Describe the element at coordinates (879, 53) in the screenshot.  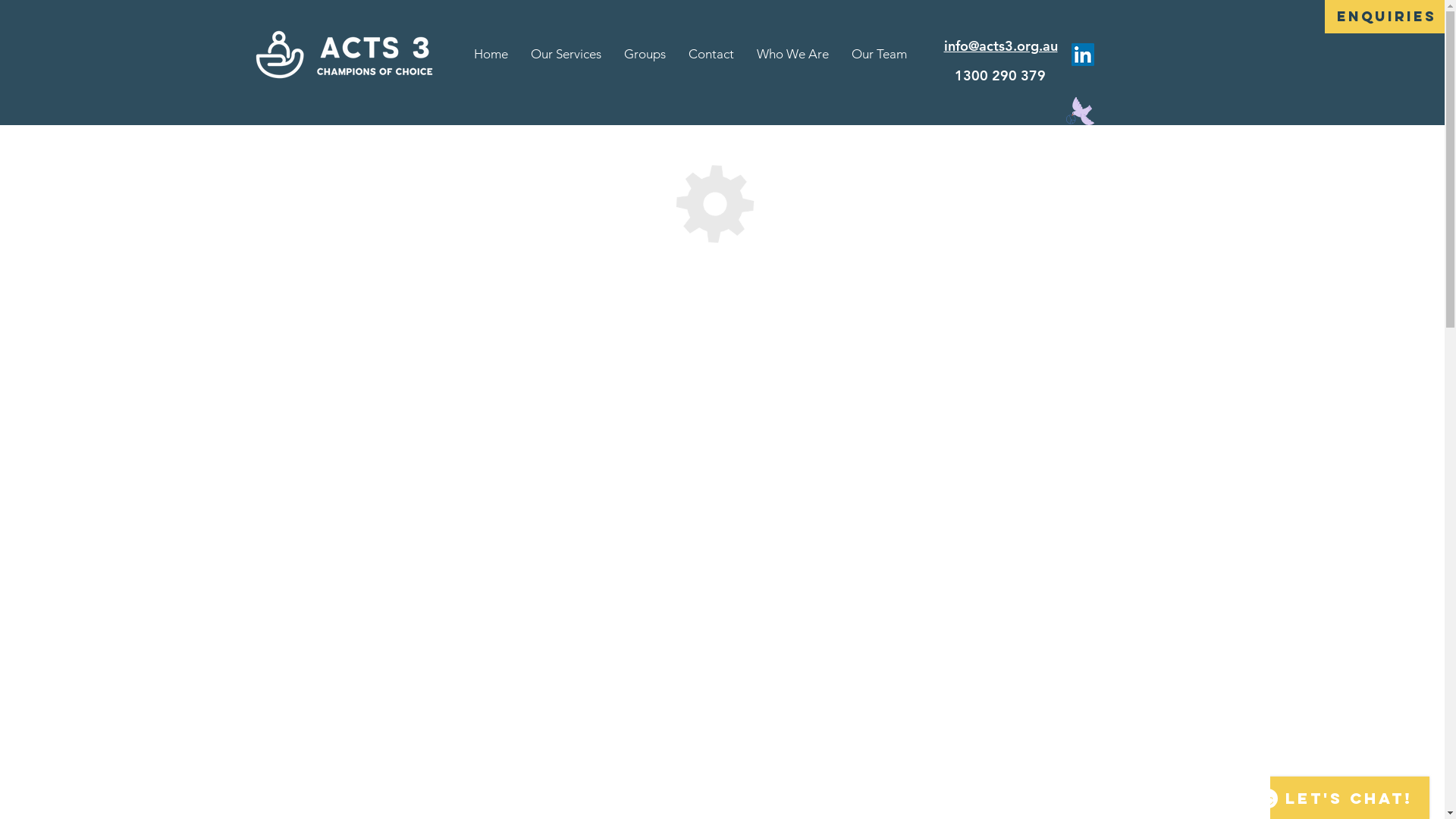
I see `'Our Team'` at that location.